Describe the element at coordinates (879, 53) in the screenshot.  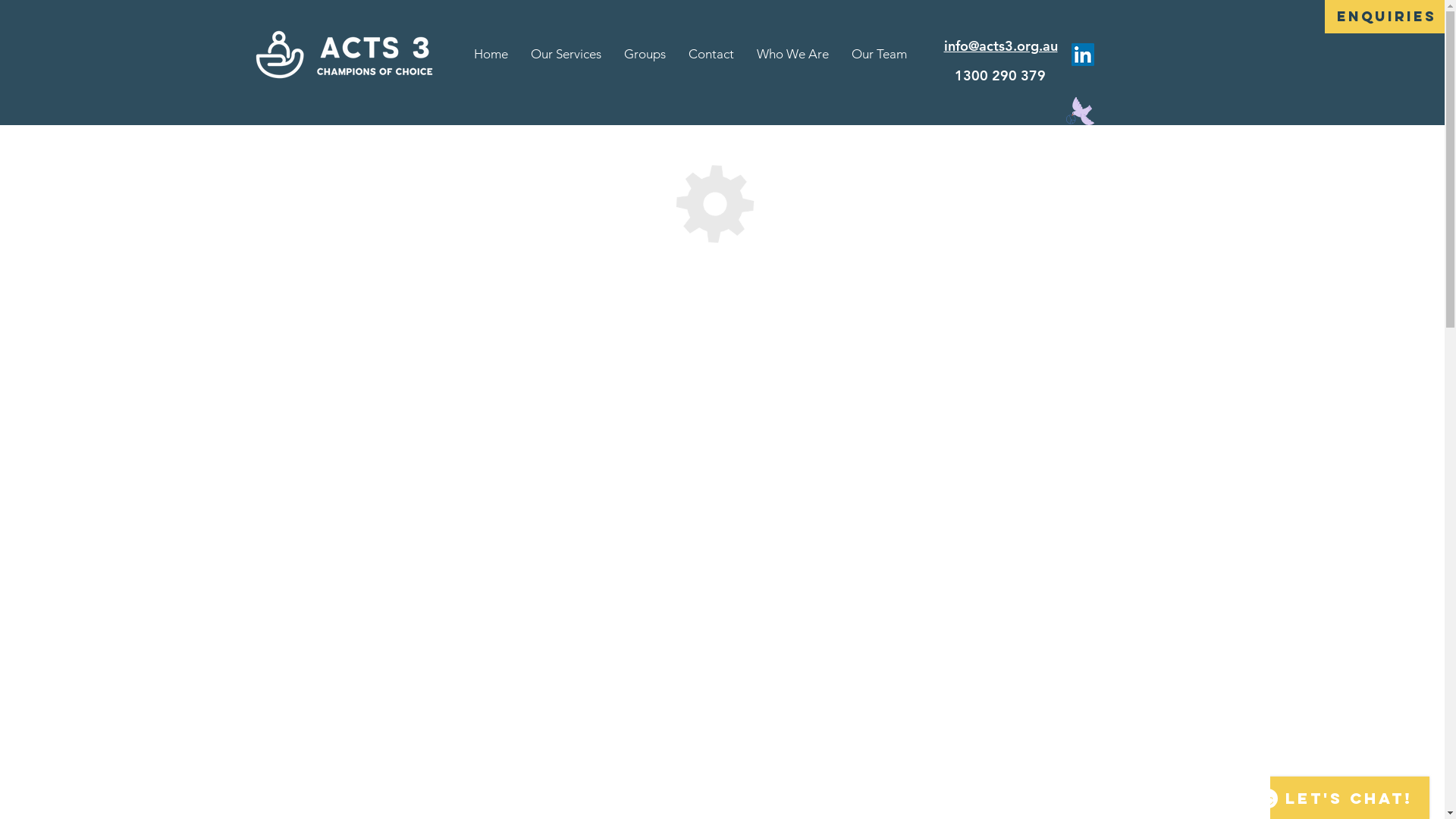
I see `'Our Team'` at that location.